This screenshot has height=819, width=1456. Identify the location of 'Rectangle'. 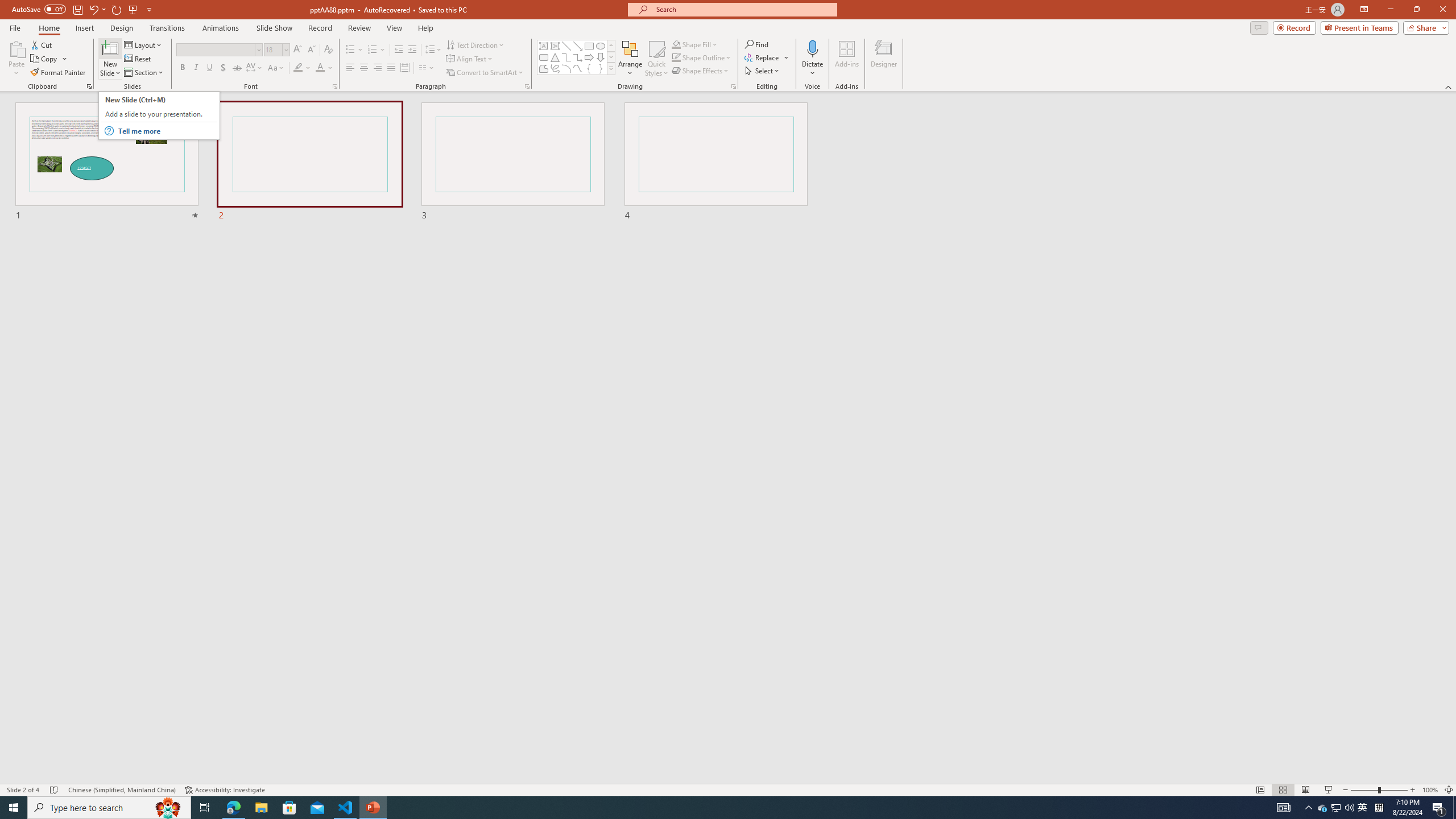
(589, 45).